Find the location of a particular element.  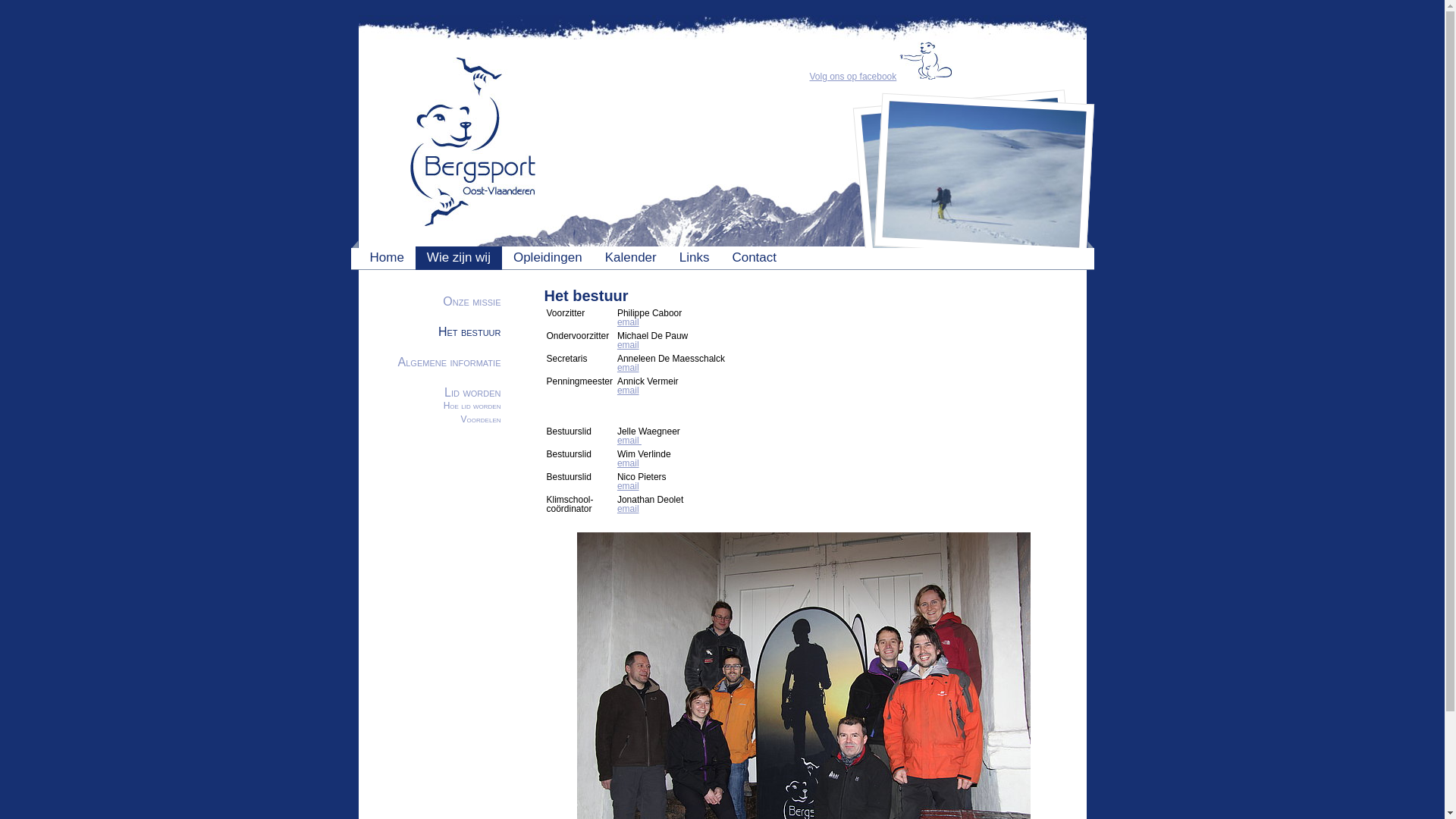

'Algemene informatie' is located at coordinates (449, 362).